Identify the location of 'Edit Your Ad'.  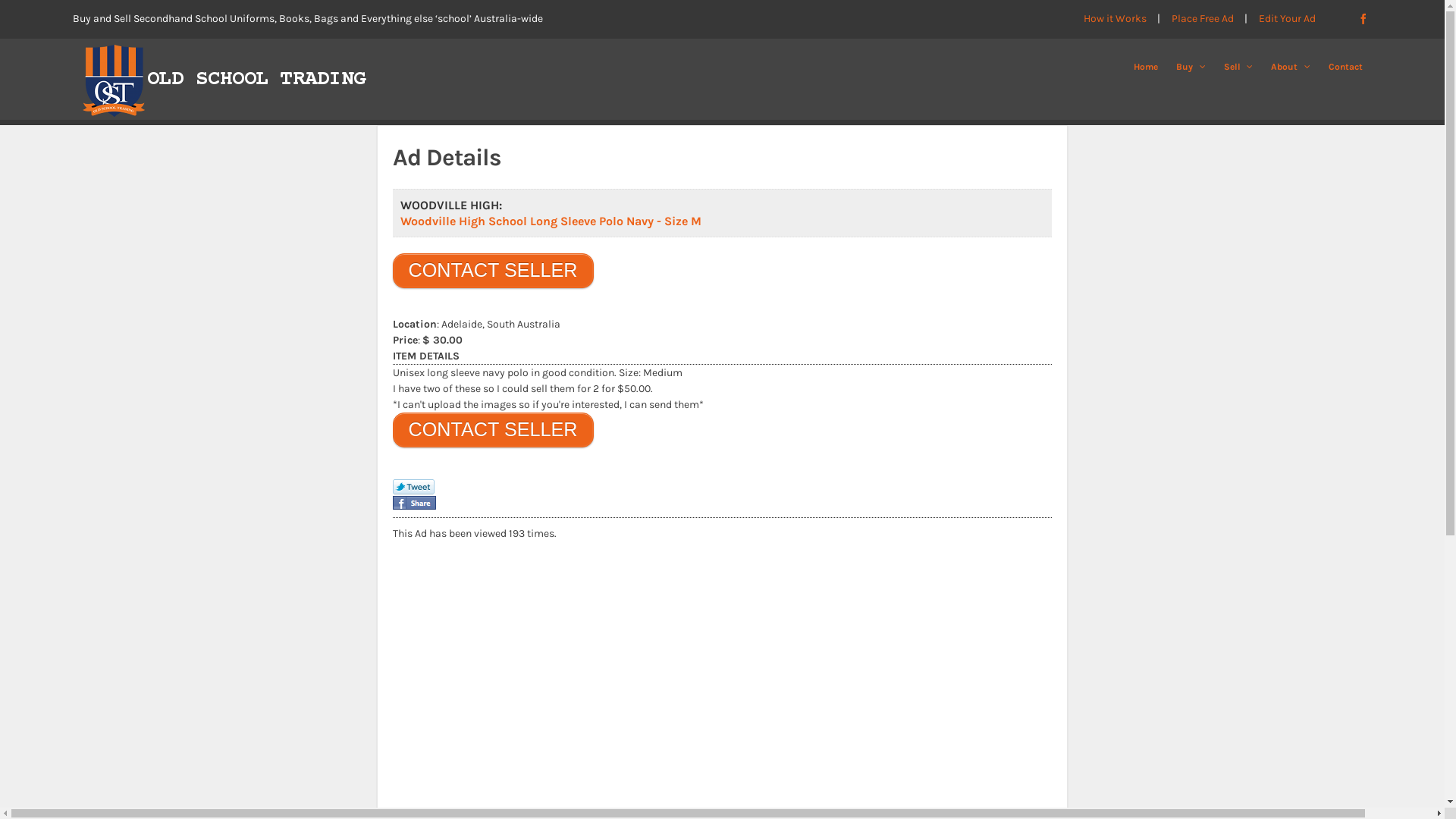
(1287, 18).